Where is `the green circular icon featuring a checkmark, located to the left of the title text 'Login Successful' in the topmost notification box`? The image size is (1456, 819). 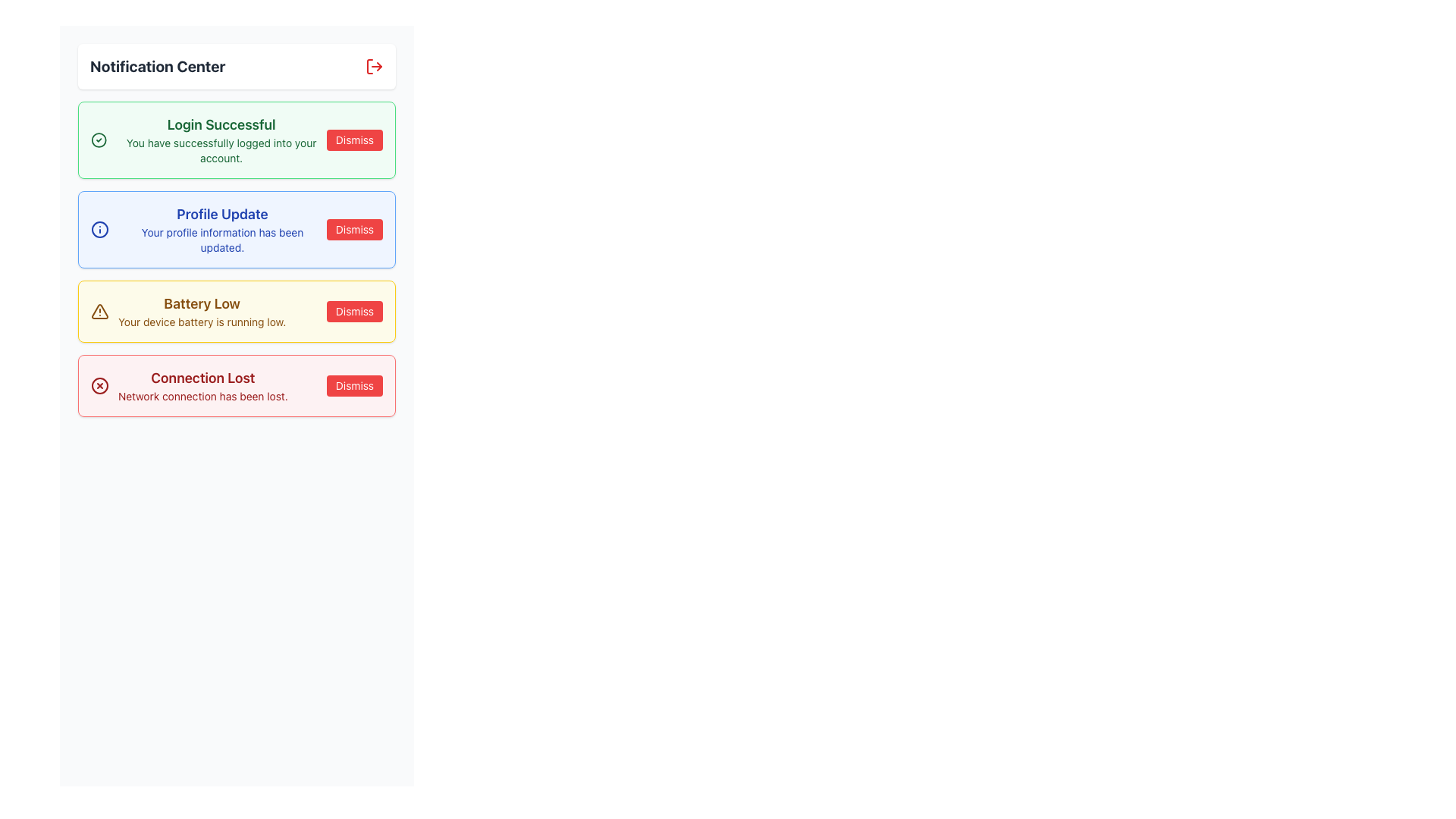
the green circular icon featuring a checkmark, located to the left of the title text 'Login Successful' in the topmost notification box is located at coordinates (98, 140).